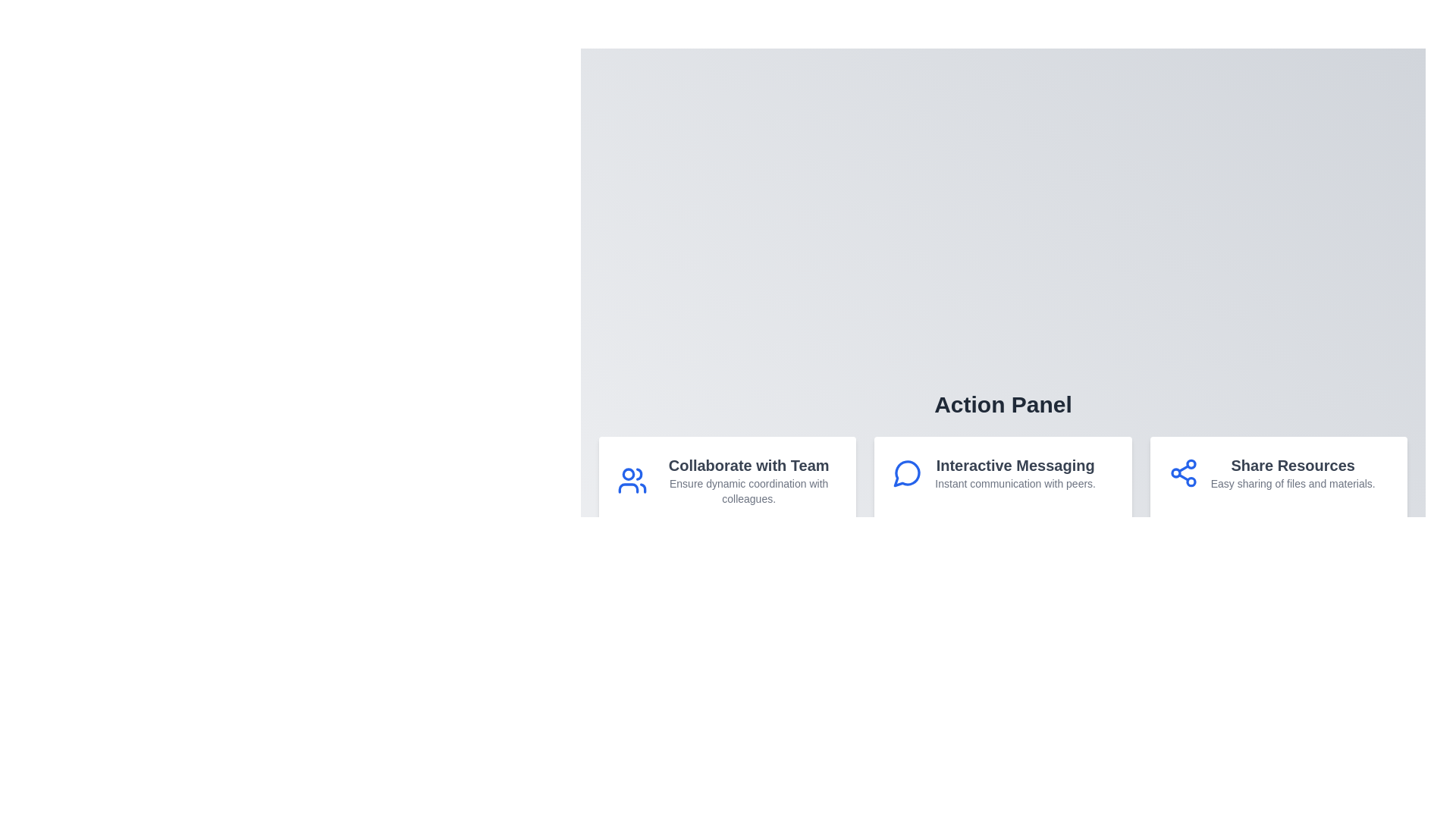  I want to click on the Informational Text Block titled 'Collaborate with Team' which contains a subtext 'Ensure dynamic coordination with colleagues.', so click(748, 480).